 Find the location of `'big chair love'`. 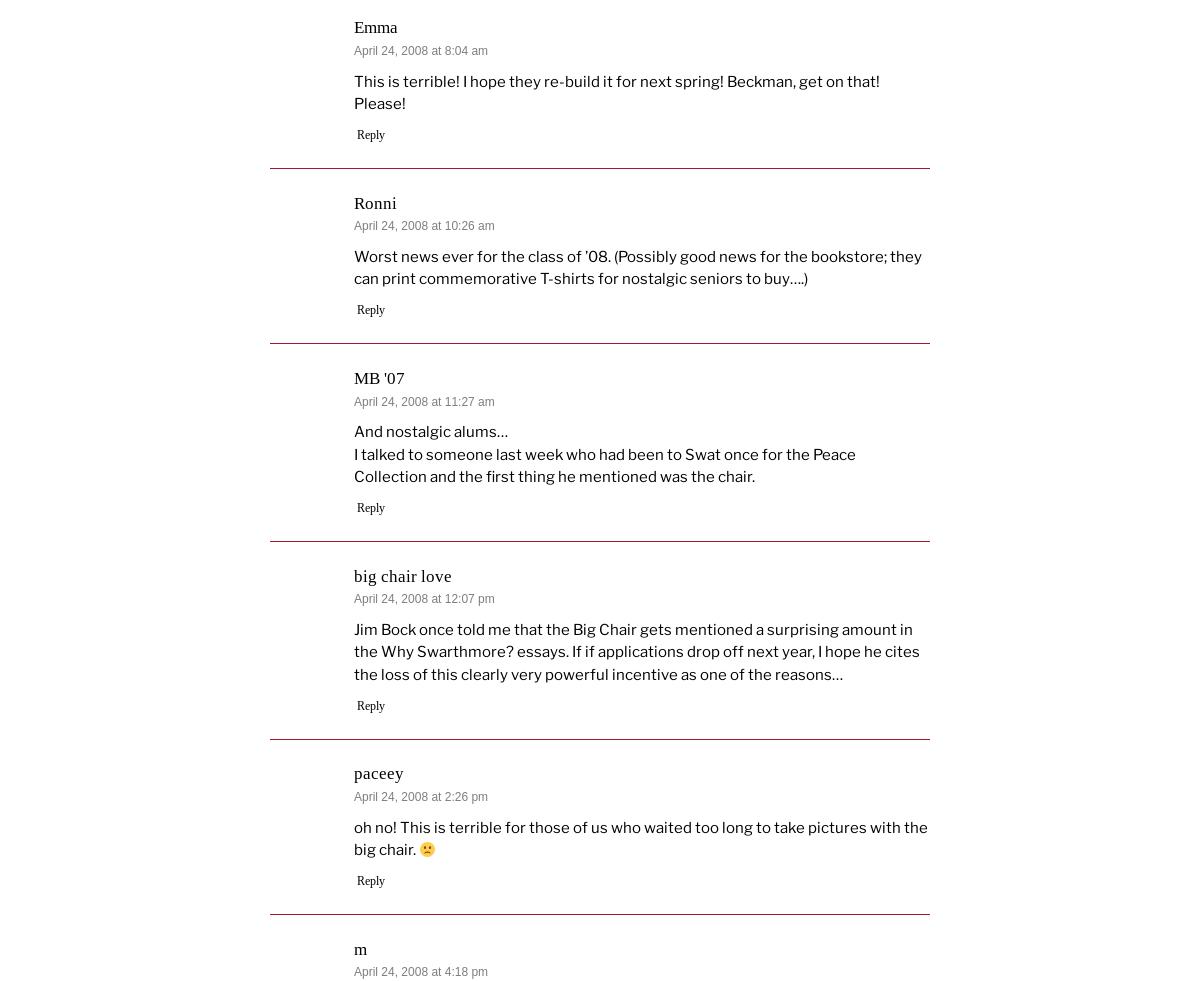

'big chair love' is located at coordinates (402, 575).